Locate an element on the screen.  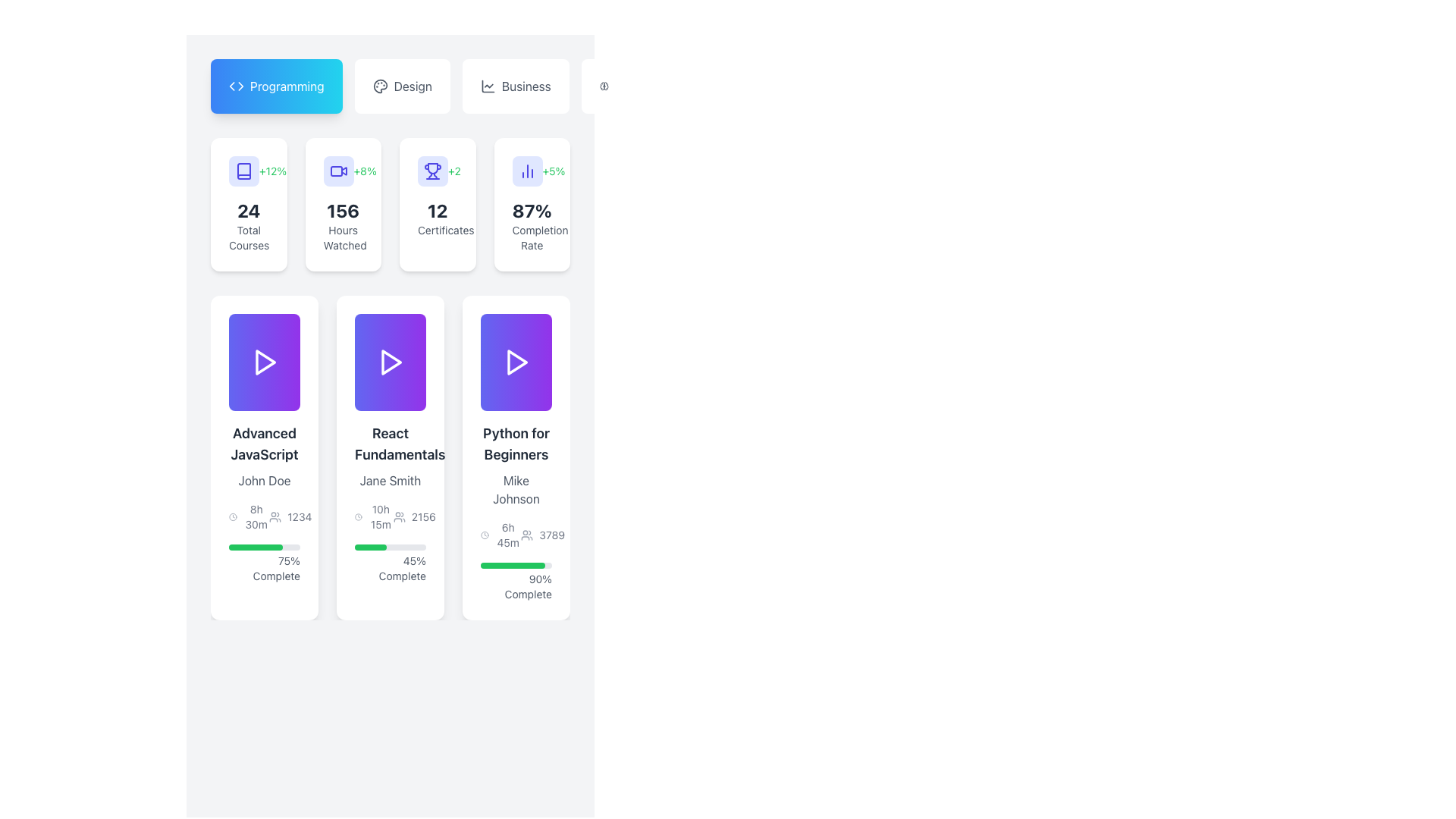
the 'Business' text label within the navigation button is located at coordinates (526, 86).